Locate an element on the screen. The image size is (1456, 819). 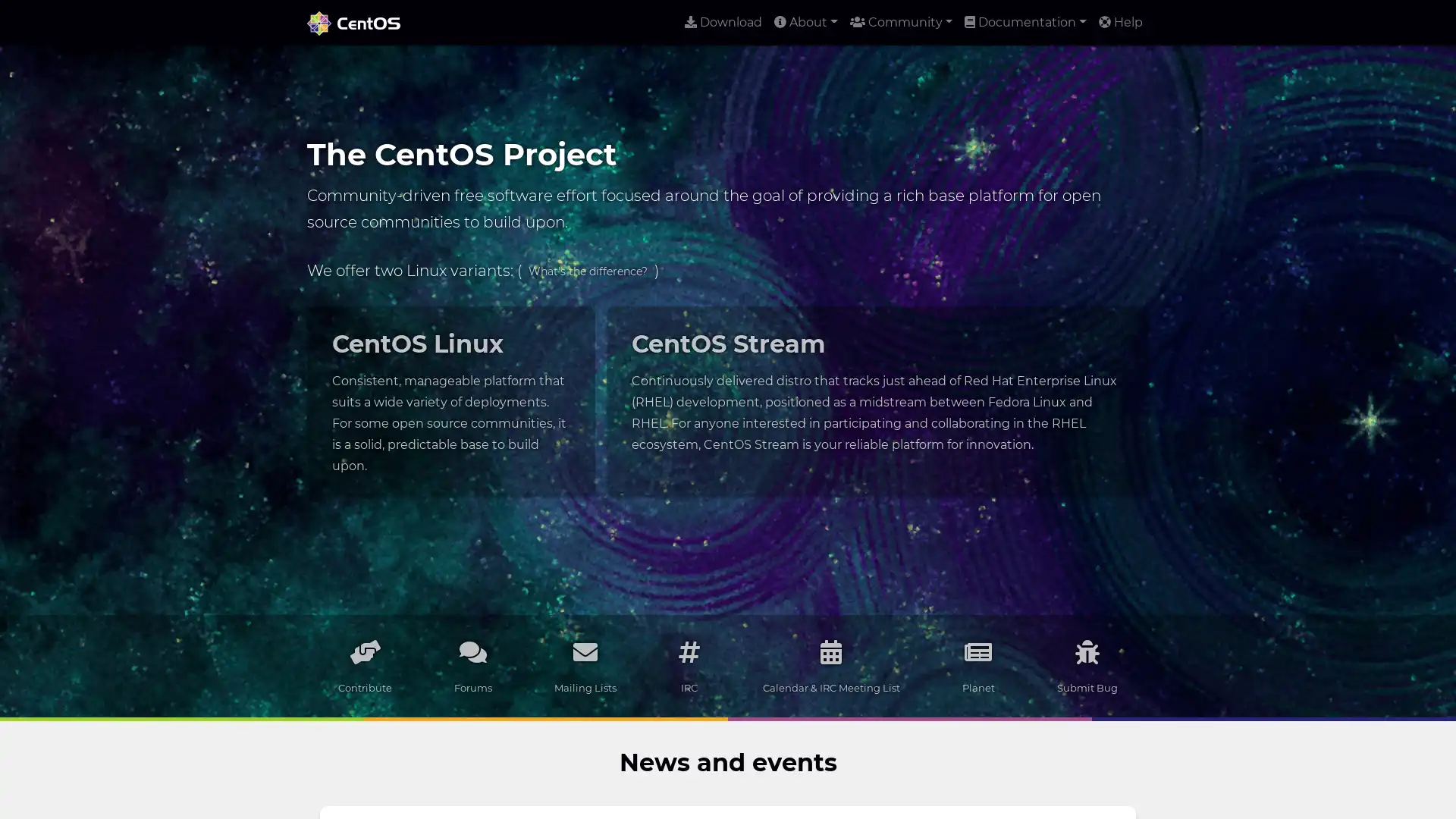
Contribute is located at coordinates (365, 665).